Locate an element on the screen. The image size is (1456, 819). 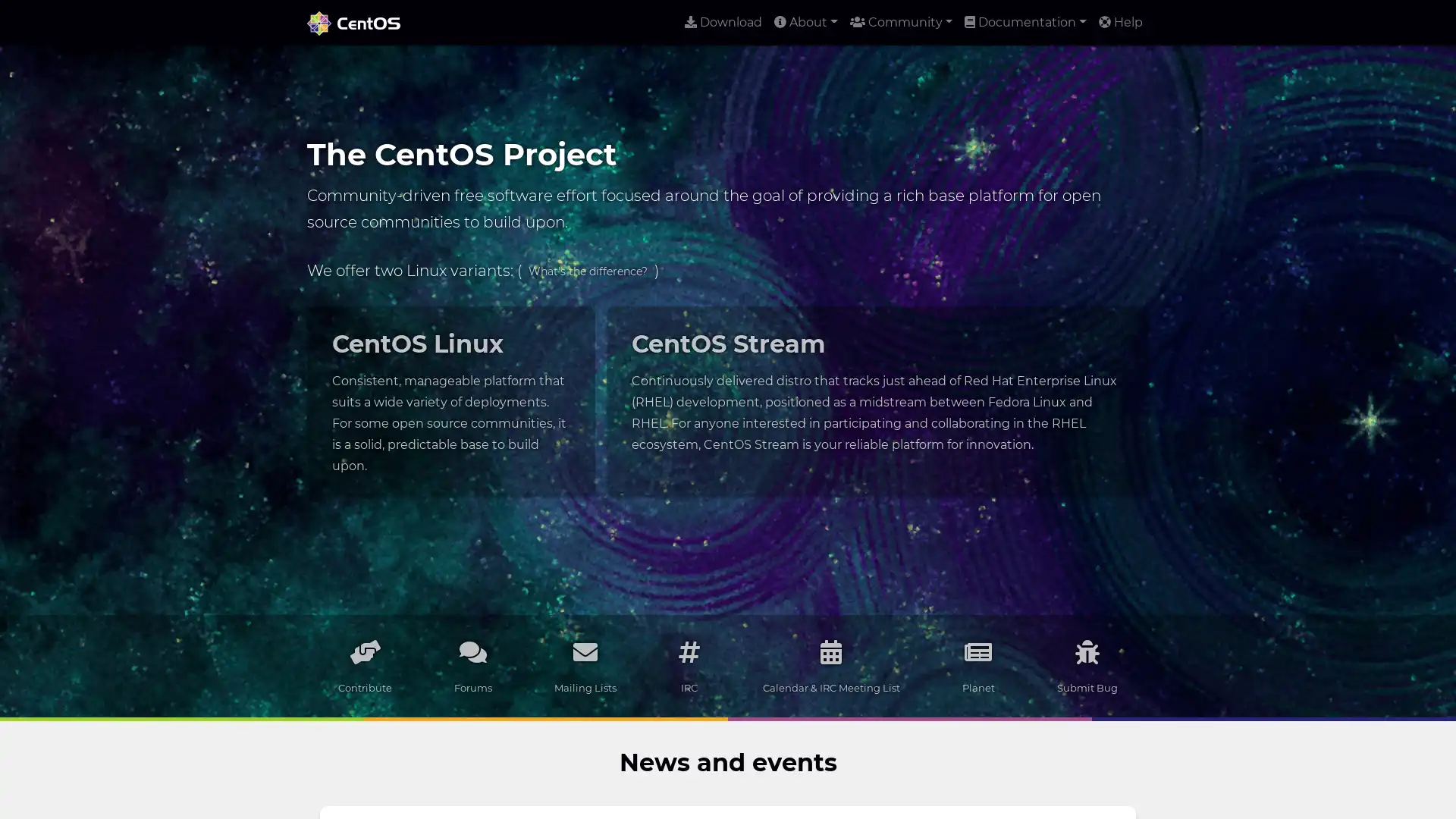
Contribute is located at coordinates (365, 665).